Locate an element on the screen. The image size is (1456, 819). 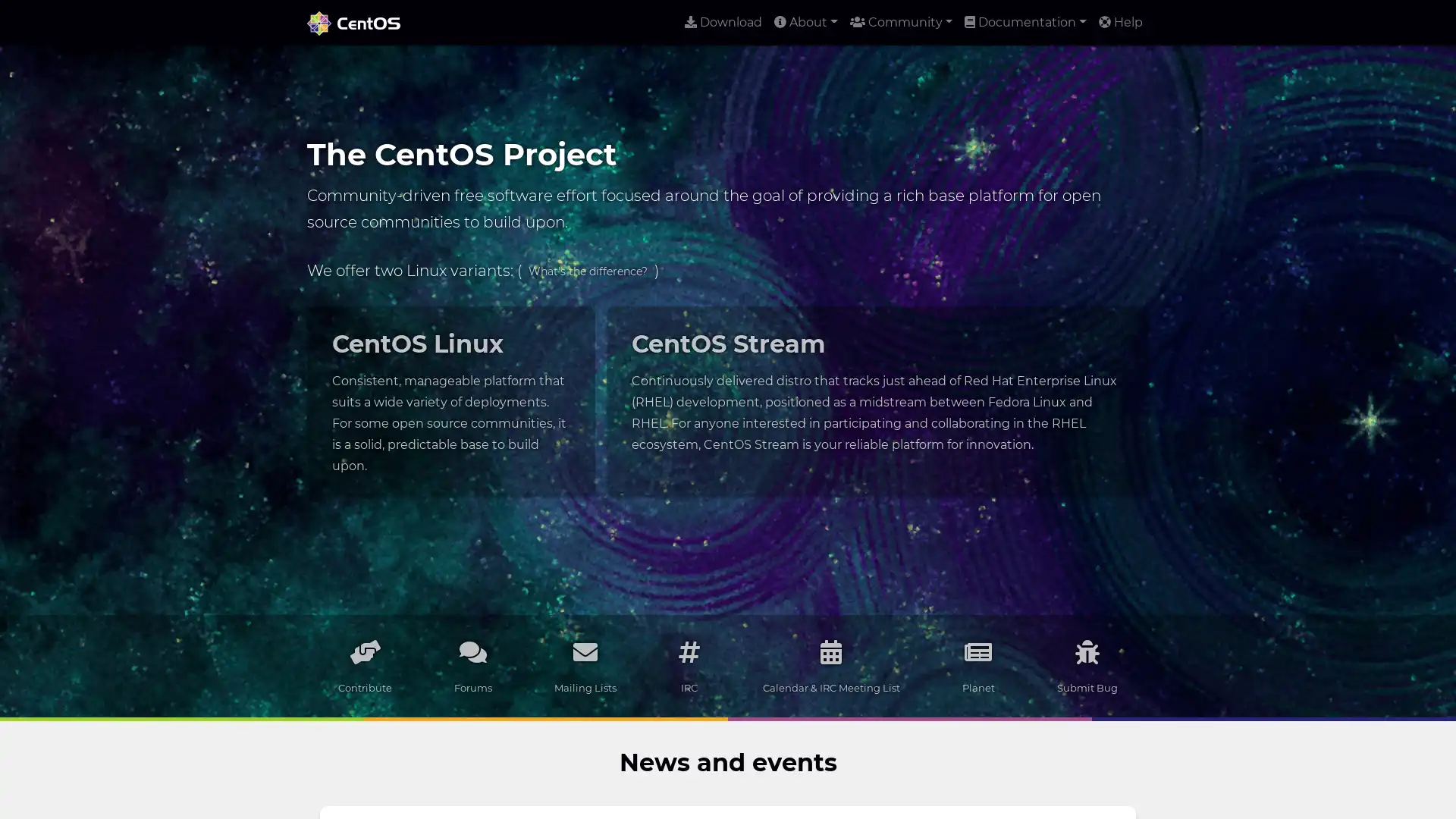
Contribute is located at coordinates (365, 665).